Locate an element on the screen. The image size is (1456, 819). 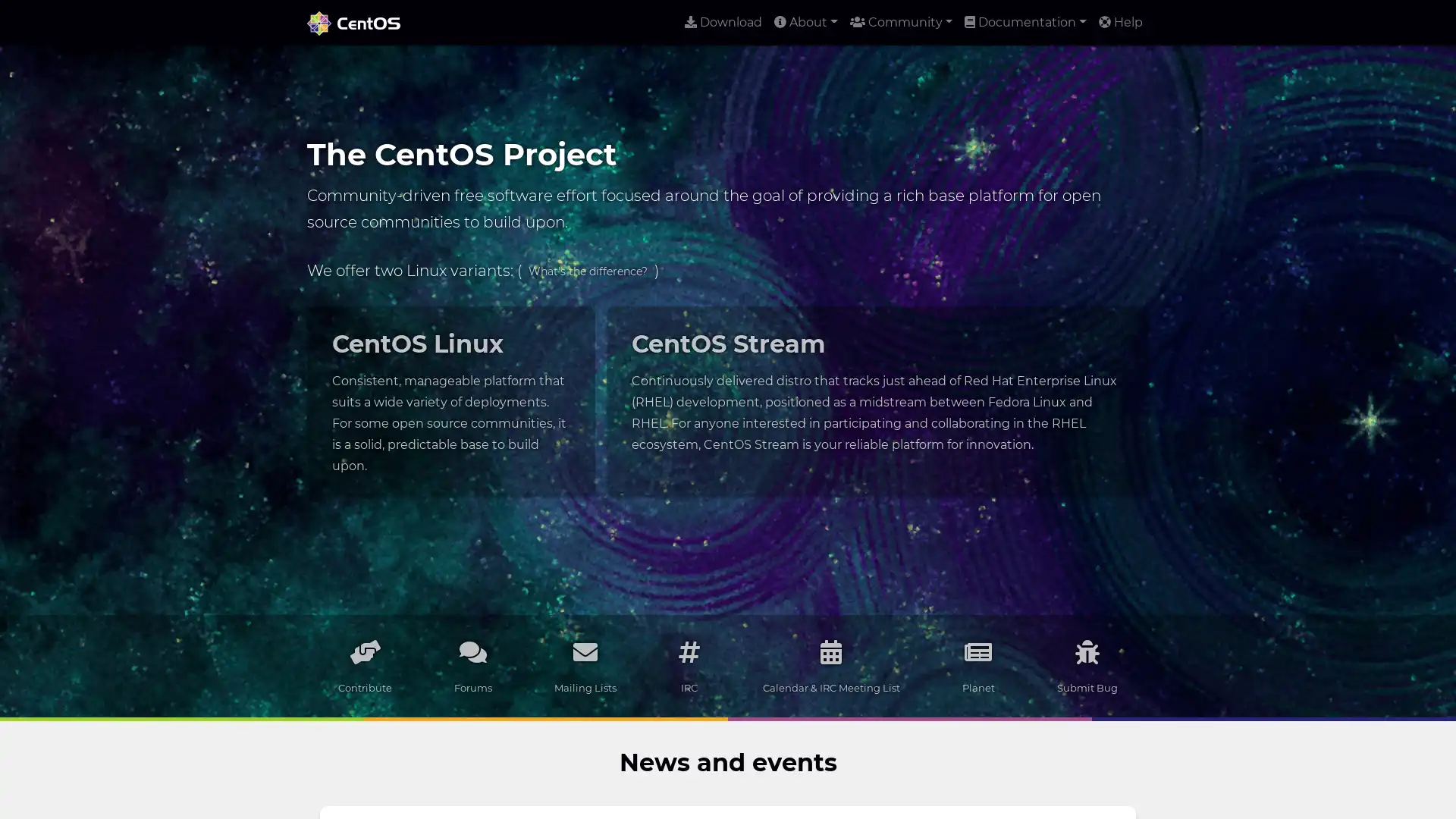
Contribute is located at coordinates (365, 665).